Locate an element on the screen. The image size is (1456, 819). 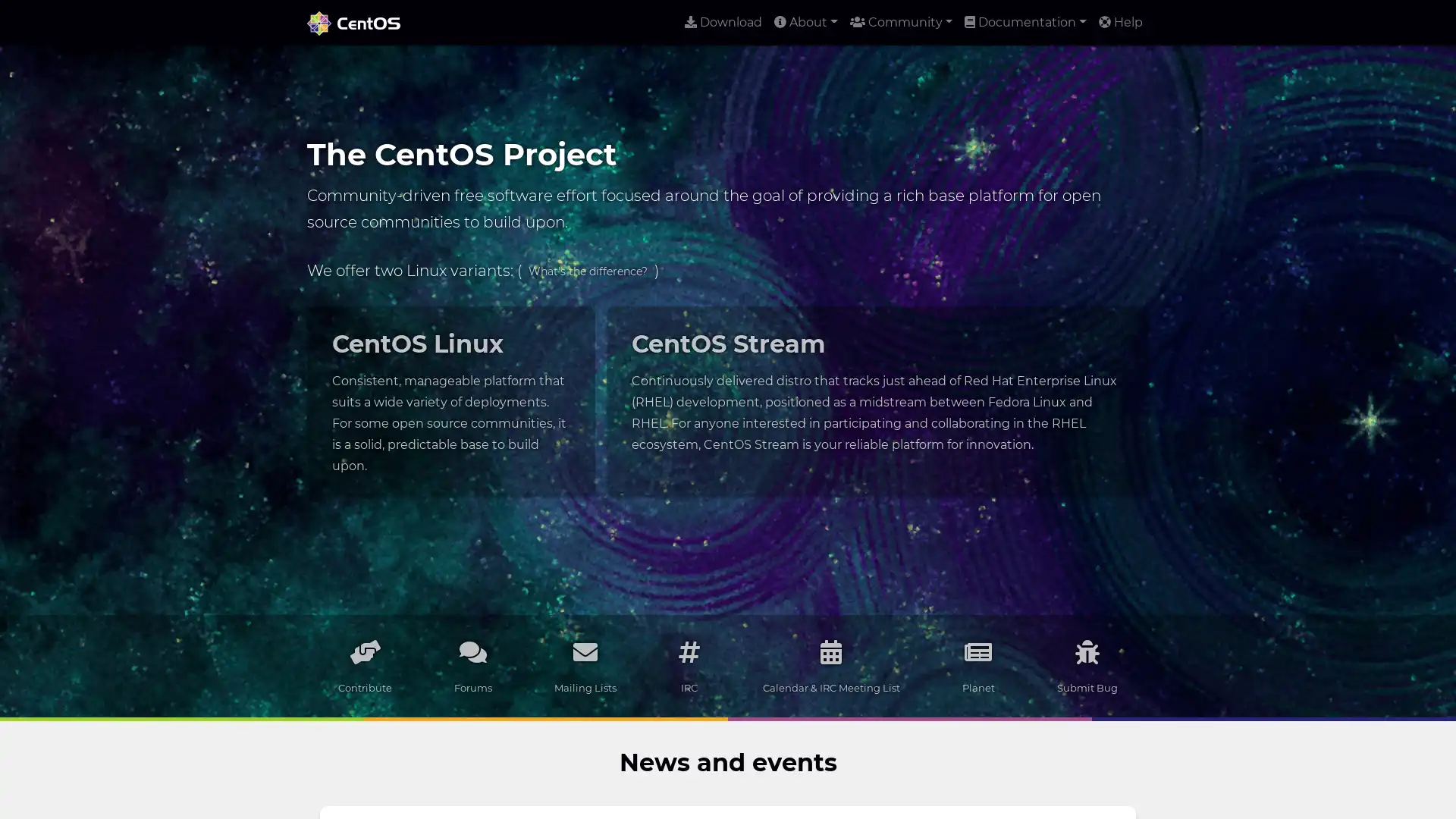
Contribute is located at coordinates (365, 665).